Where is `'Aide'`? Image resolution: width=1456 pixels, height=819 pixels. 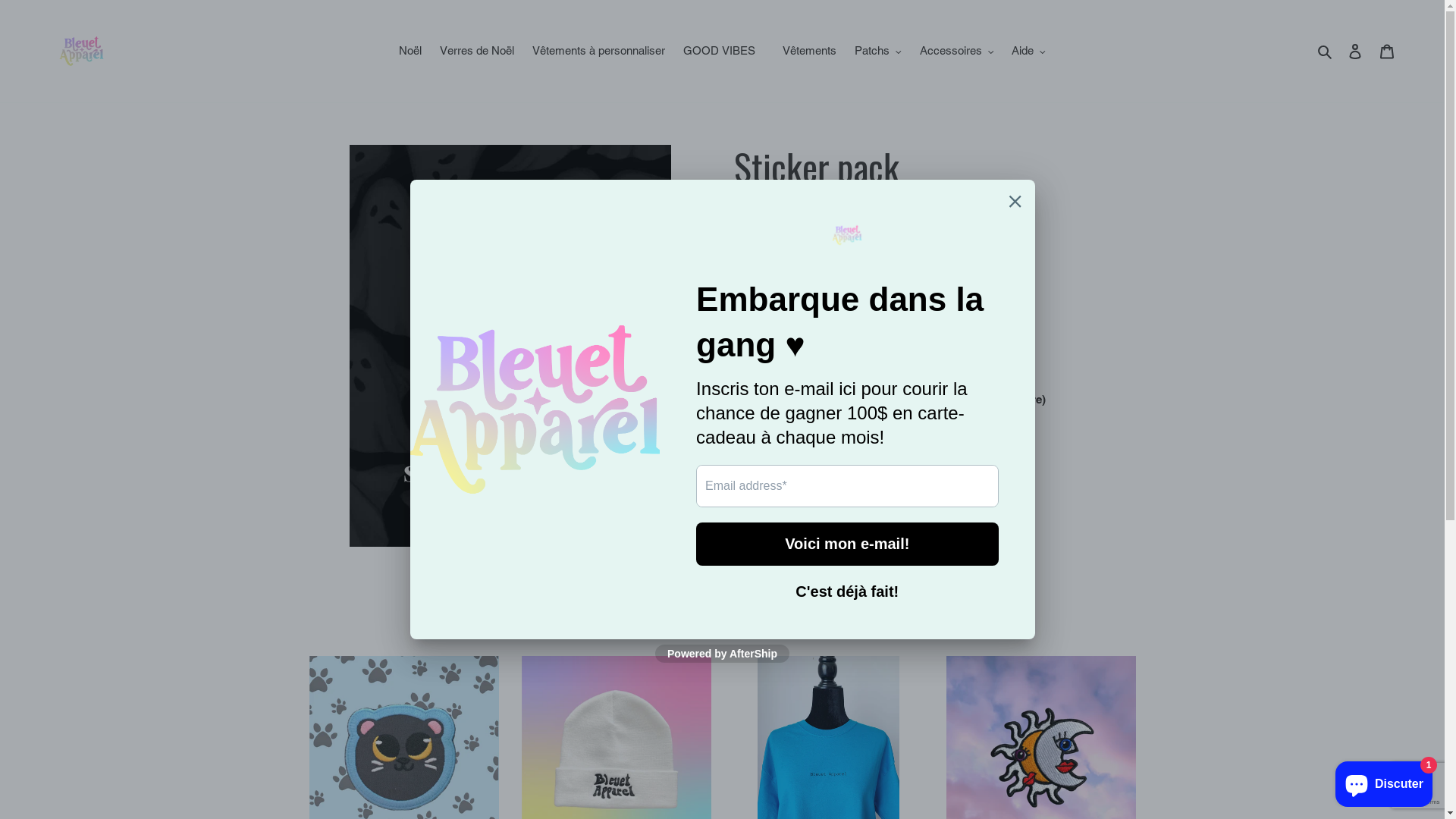 'Aide' is located at coordinates (1028, 50).